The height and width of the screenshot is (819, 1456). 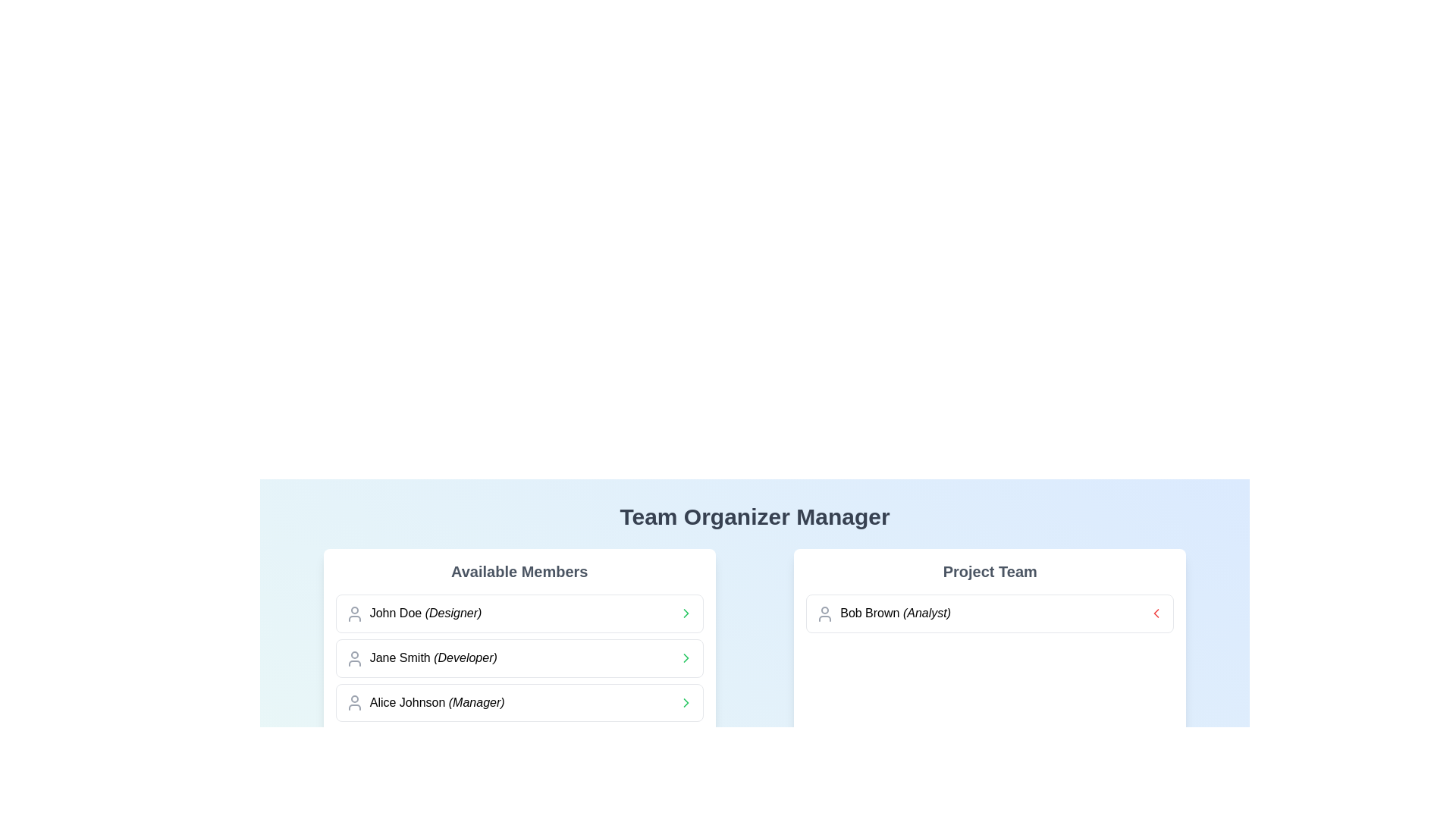 What do you see at coordinates (413, 613) in the screenshot?
I see `the profile list item for 'John Doe', who is a 'Designer', located in the 'Available Members' section` at bounding box center [413, 613].